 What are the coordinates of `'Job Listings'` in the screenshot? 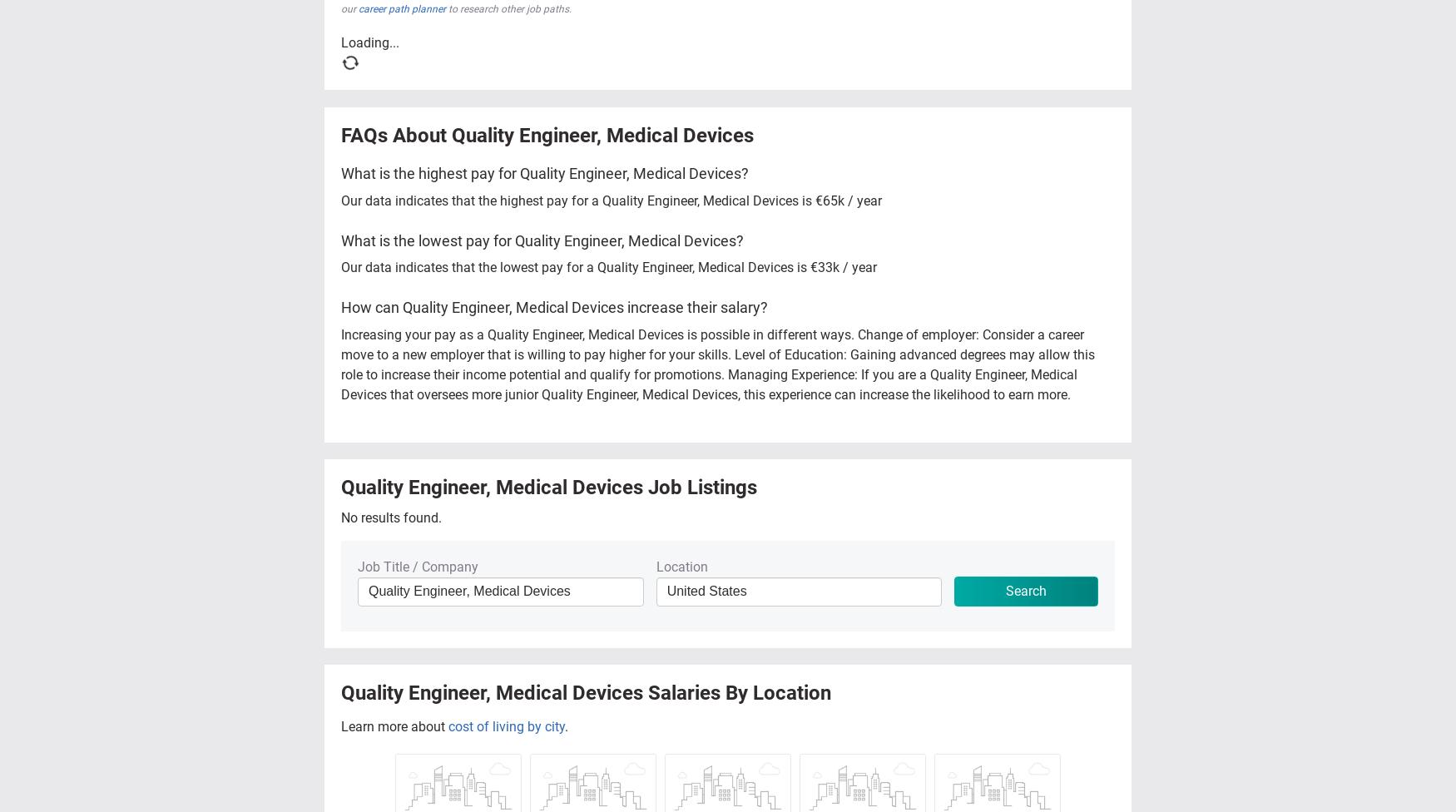 It's located at (700, 487).